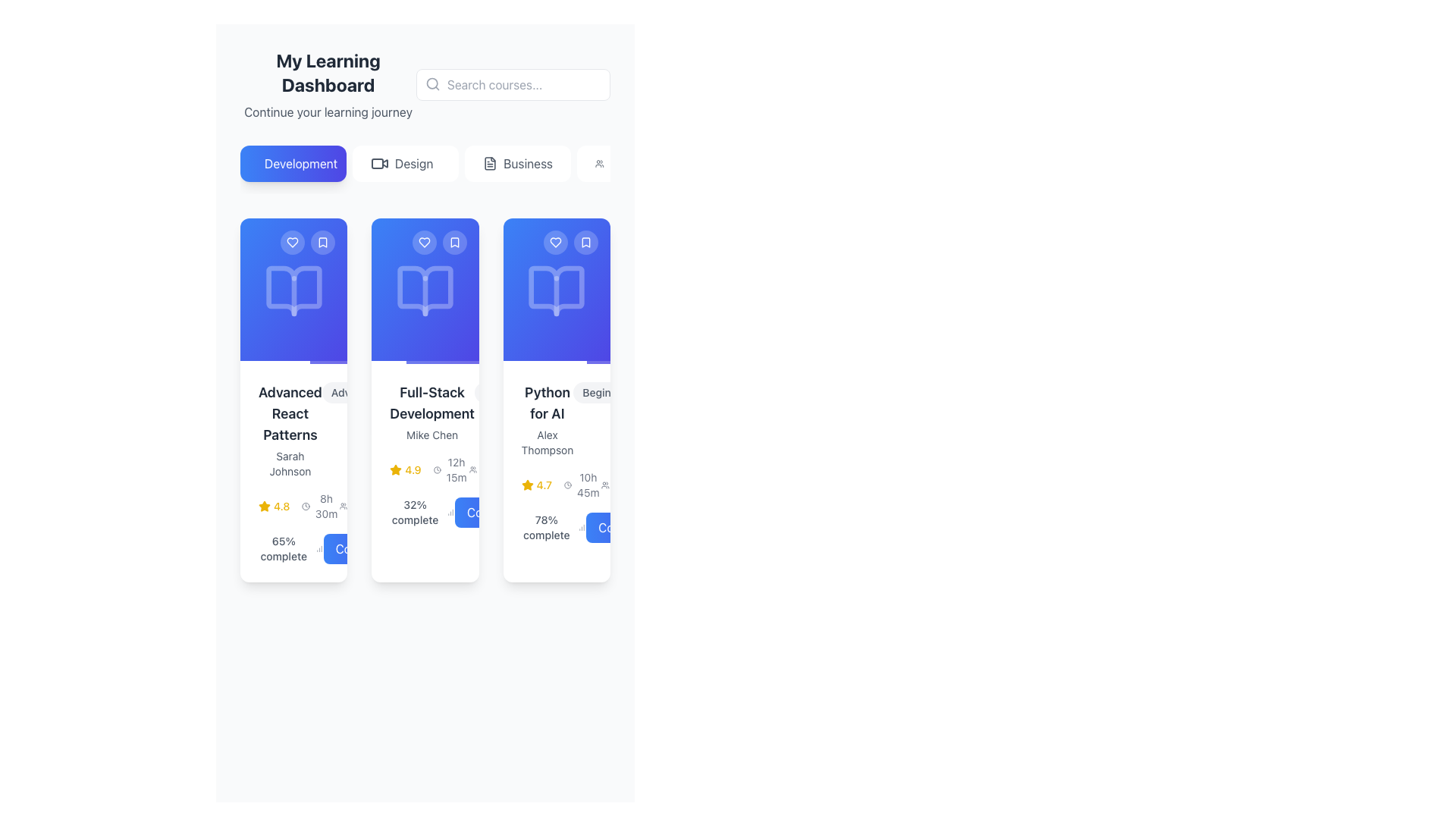 This screenshot has width=1456, height=819. What do you see at coordinates (585, 242) in the screenshot?
I see `the bookmark icon located at the top-right corner of the 'Python for AI' card to bookmark the related course` at bounding box center [585, 242].